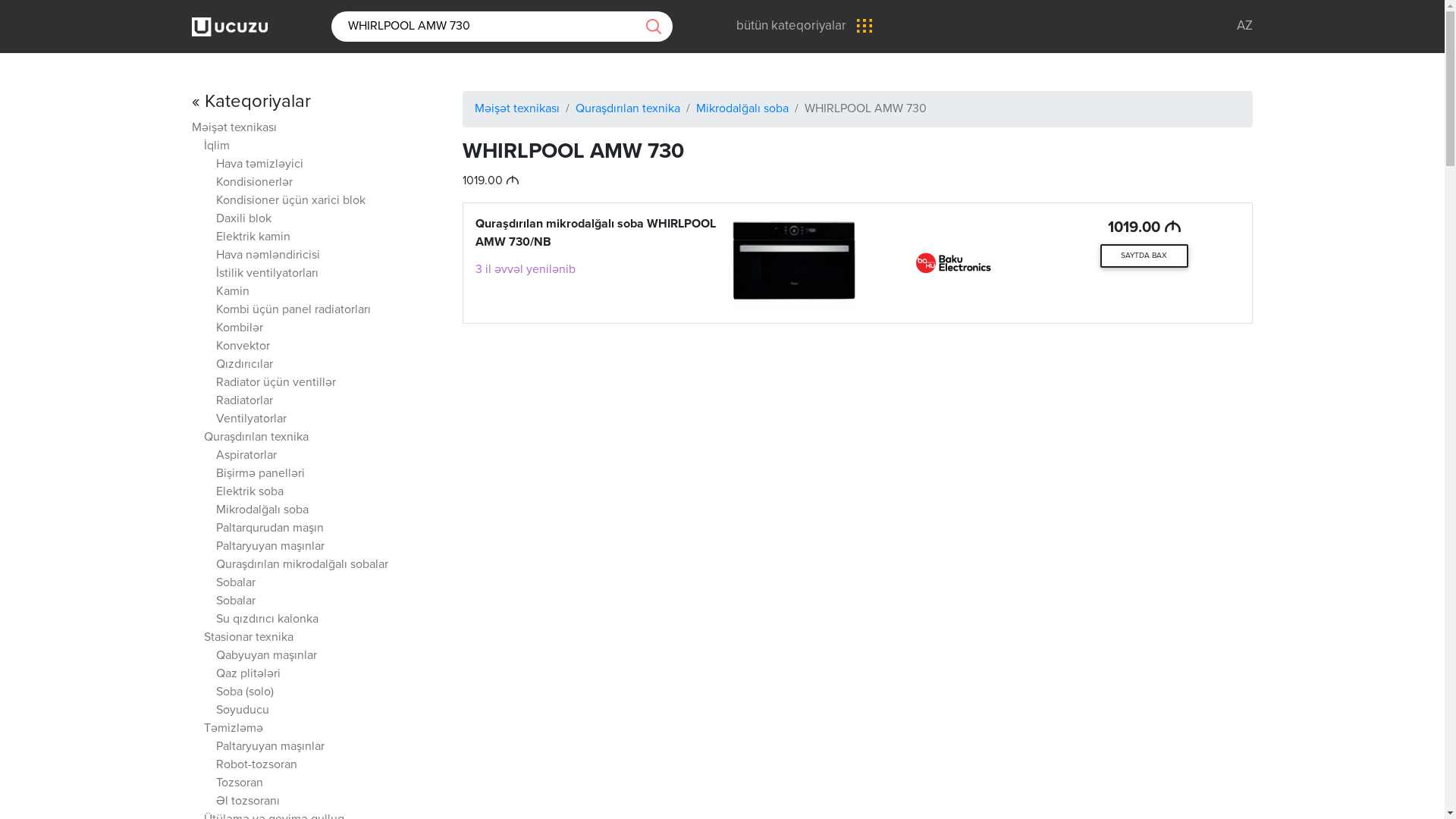 The height and width of the screenshot is (819, 1456). Describe the element at coordinates (1244, 26) in the screenshot. I see `'AZ'` at that location.